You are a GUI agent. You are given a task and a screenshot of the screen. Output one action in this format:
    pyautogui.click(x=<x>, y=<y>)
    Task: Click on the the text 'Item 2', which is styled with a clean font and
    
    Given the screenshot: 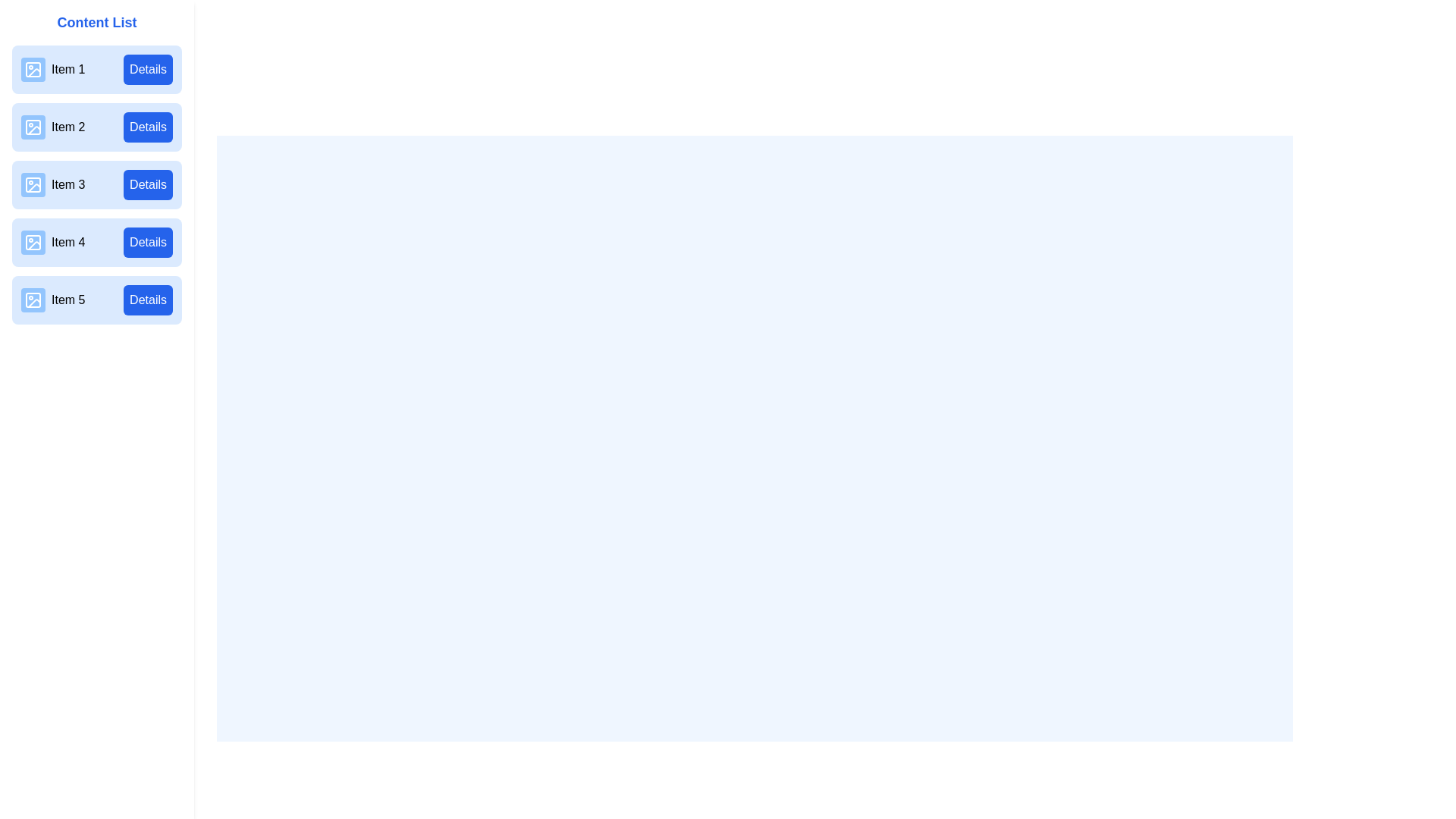 What is the action you would take?
    pyautogui.click(x=53, y=127)
    